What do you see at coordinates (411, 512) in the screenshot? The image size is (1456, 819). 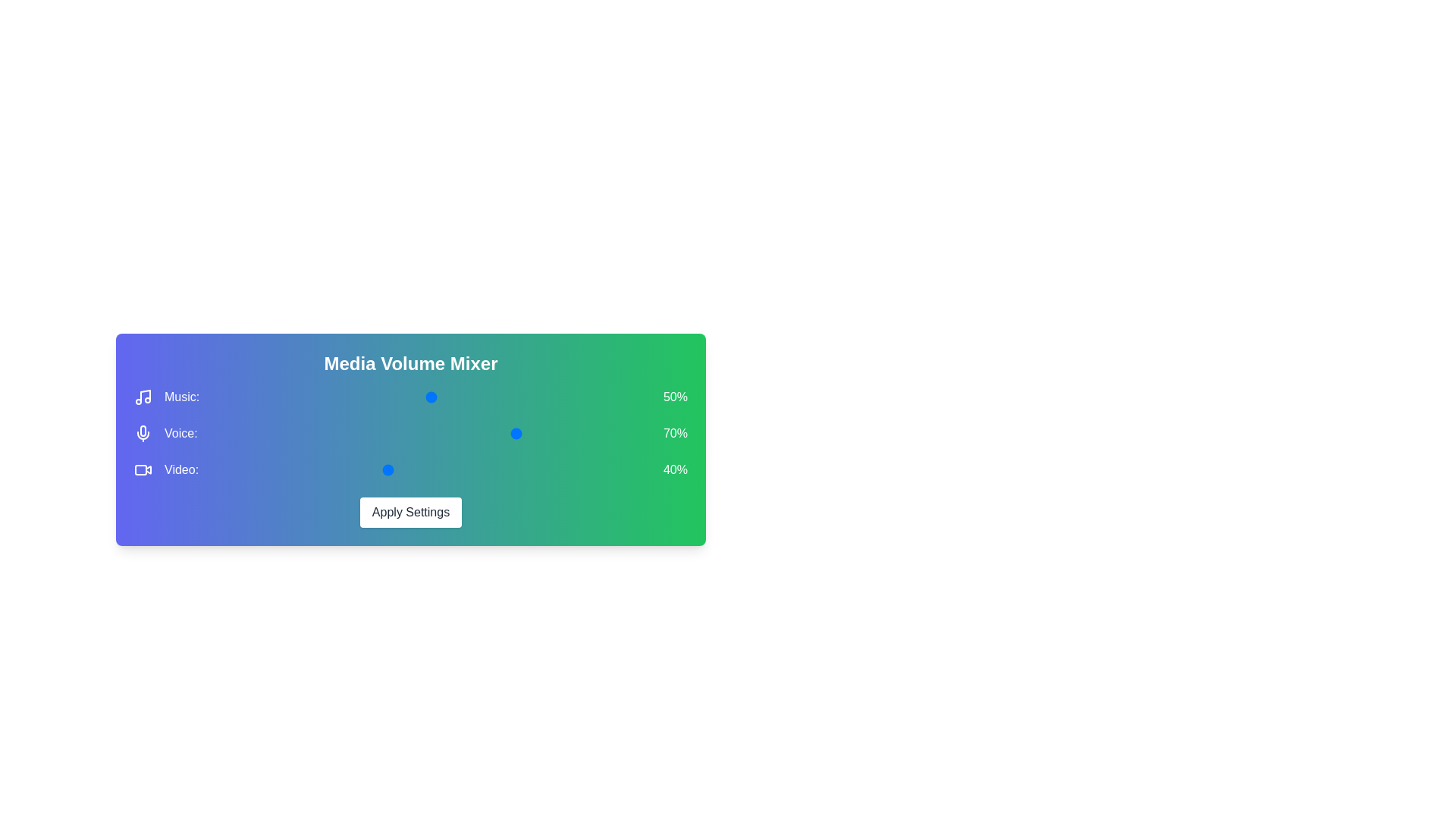 I see `the 'Apply Settings' button to confirm changes` at bounding box center [411, 512].